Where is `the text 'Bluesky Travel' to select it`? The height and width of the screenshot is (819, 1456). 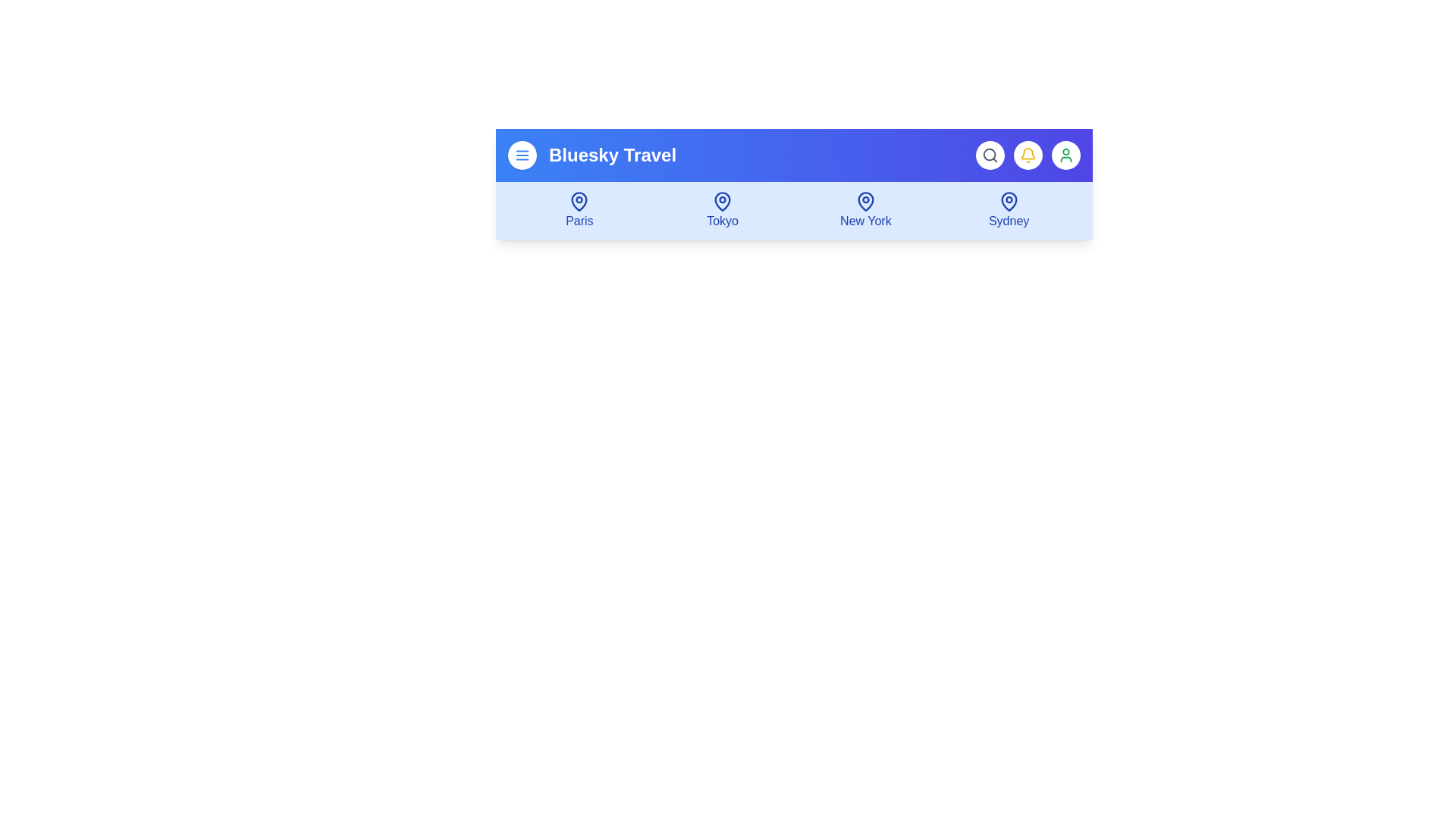 the text 'Bluesky Travel' to select it is located at coordinates (612, 155).